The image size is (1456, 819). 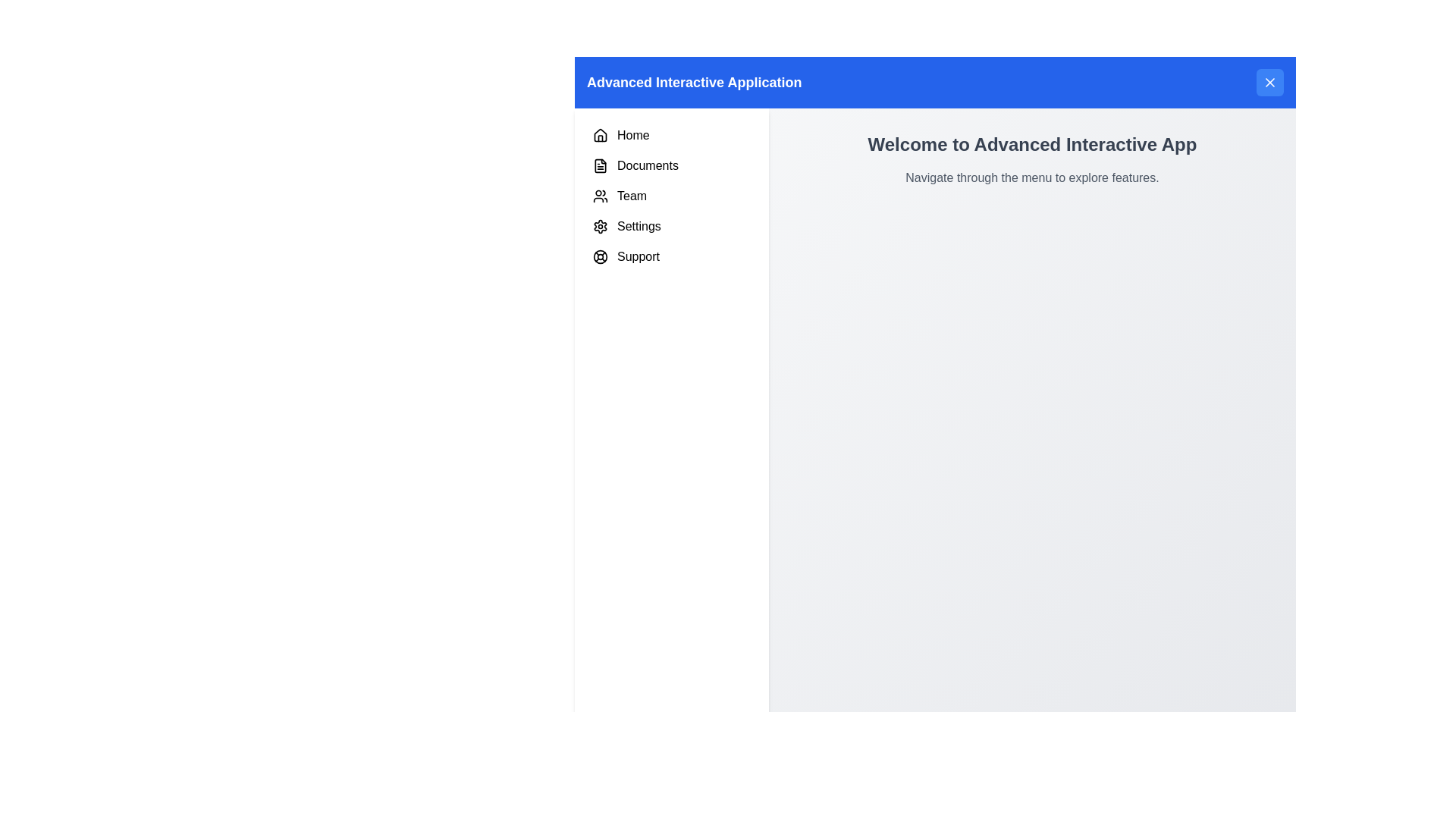 I want to click on the 'Settings' menu item, which is the fourth item in the vertical list on the left sidebar, following the 'Team' item and preceding the 'Support' item, so click(x=671, y=227).